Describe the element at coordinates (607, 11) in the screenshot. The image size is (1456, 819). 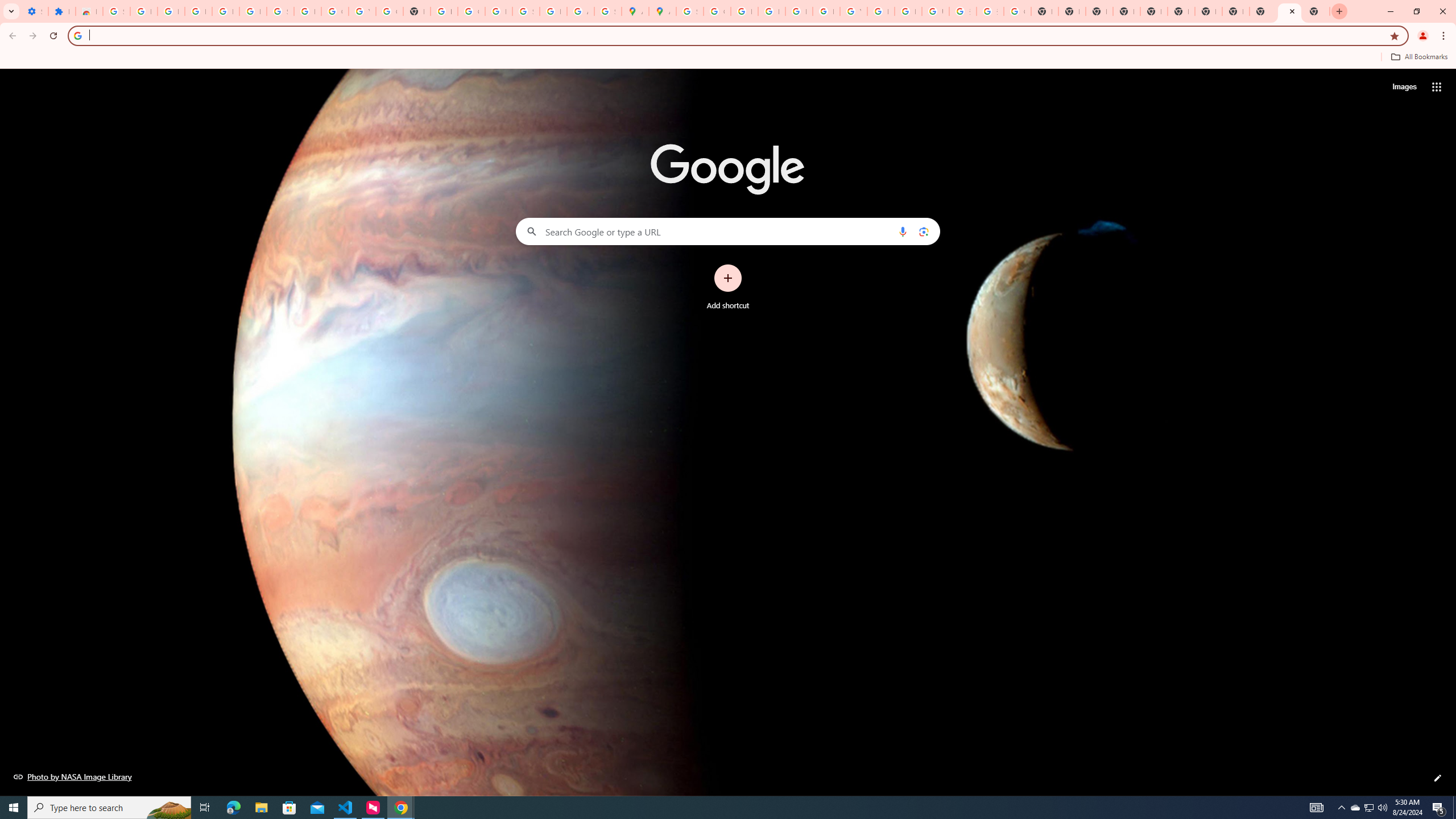
I see `'Safety in Our Products - Google Safety Center'` at that location.